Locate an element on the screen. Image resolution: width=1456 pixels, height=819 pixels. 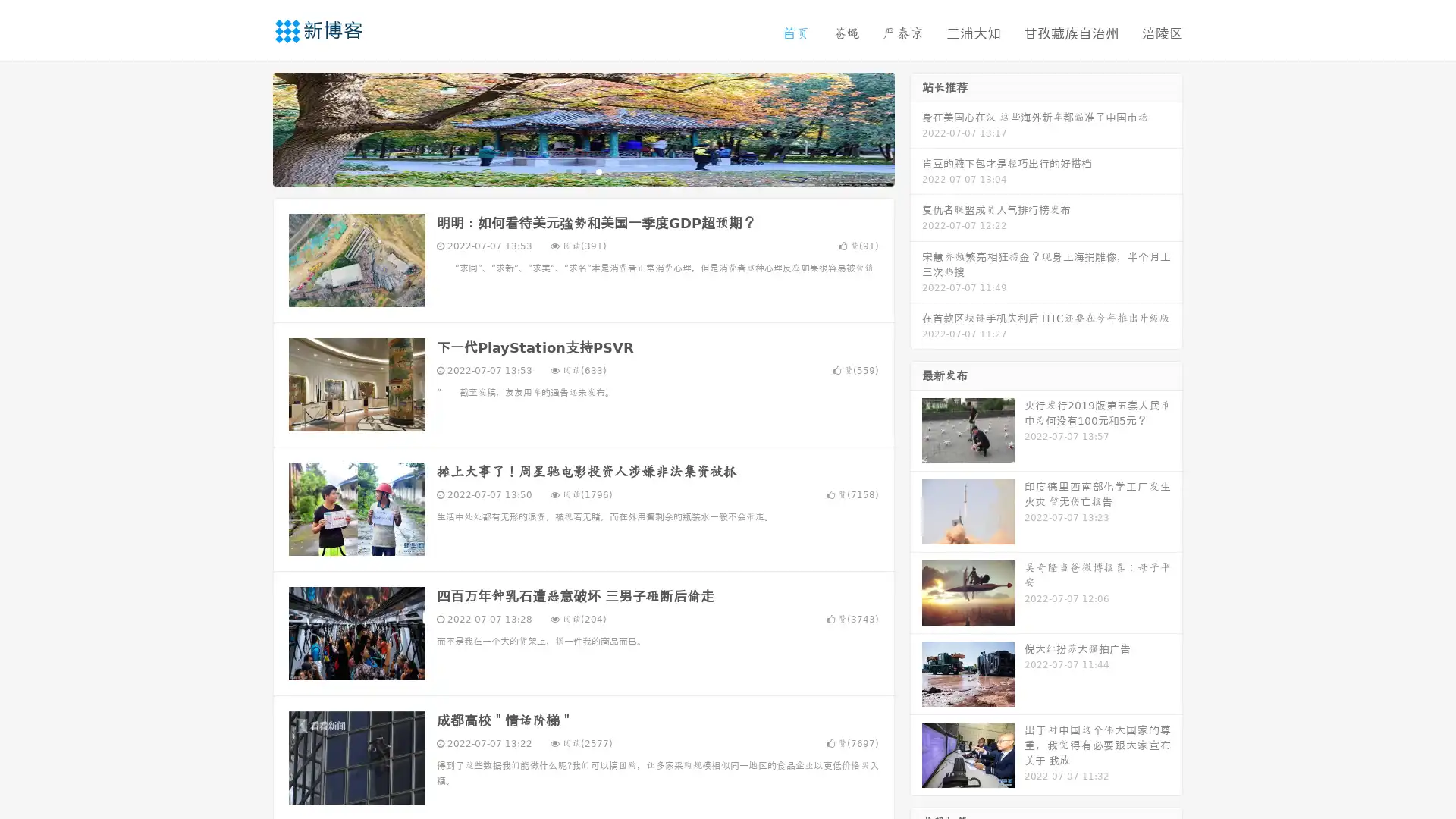
Go to slide 2 is located at coordinates (582, 171).